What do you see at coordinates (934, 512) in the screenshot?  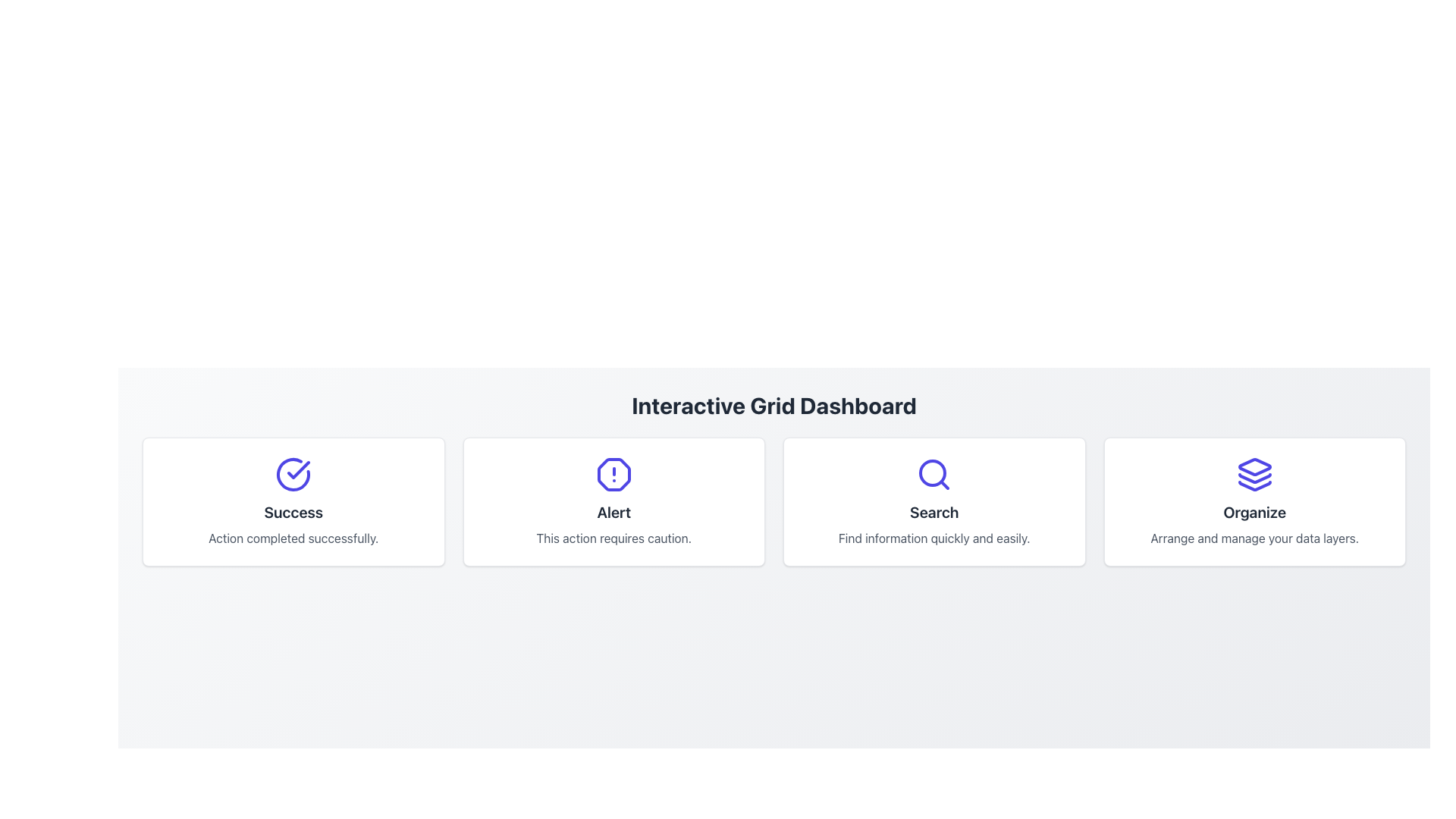 I see `the static text element labeled 'Search', which serves as the title for the card and is positioned in the second column of a four-column layout` at bounding box center [934, 512].